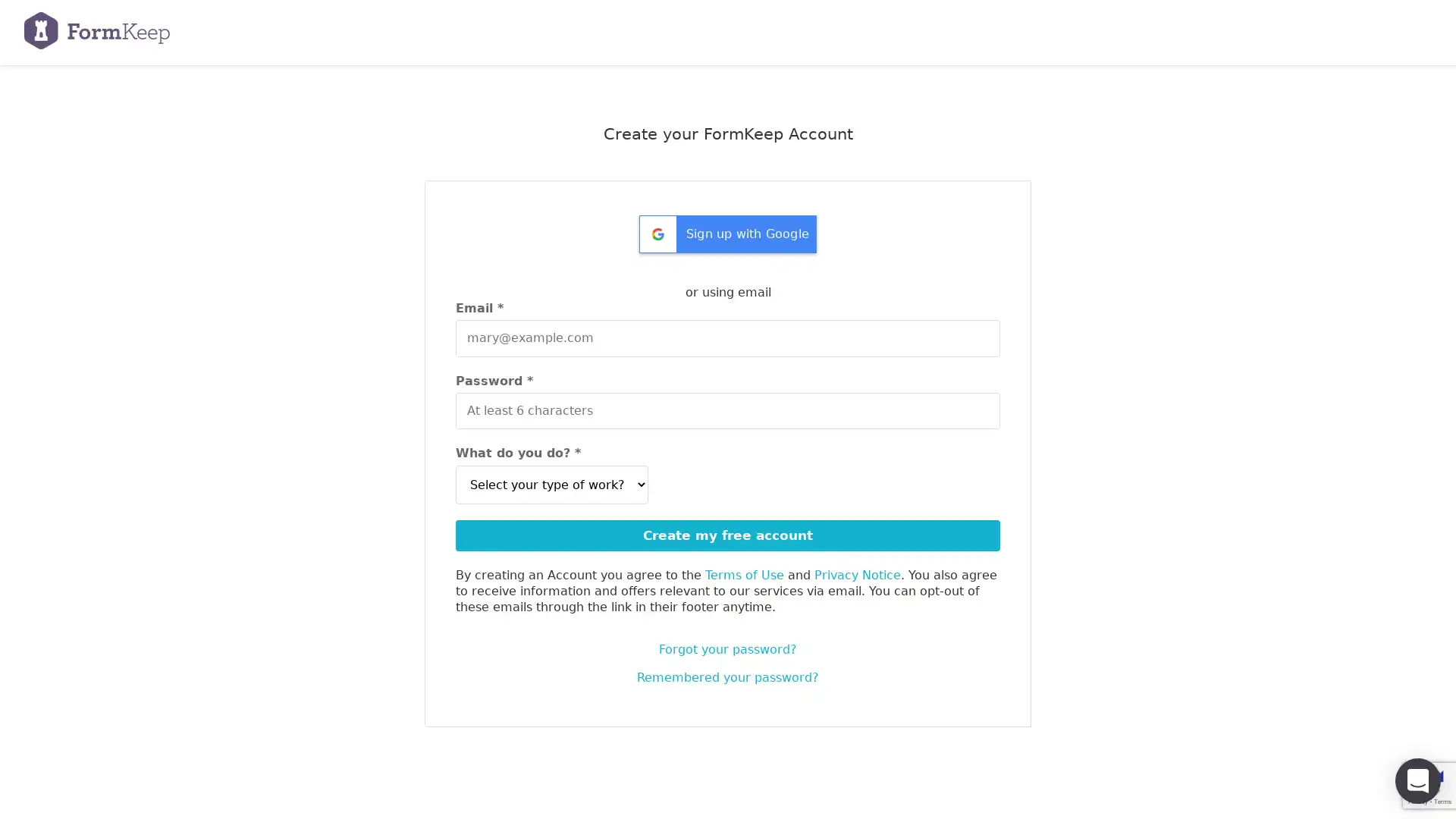 This screenshot has height=819, width=1456. What do you see at coordinates (1417, 780) in the screenshot?
I see `Open Intercom Messenger` at bounding box center [1417, 780].